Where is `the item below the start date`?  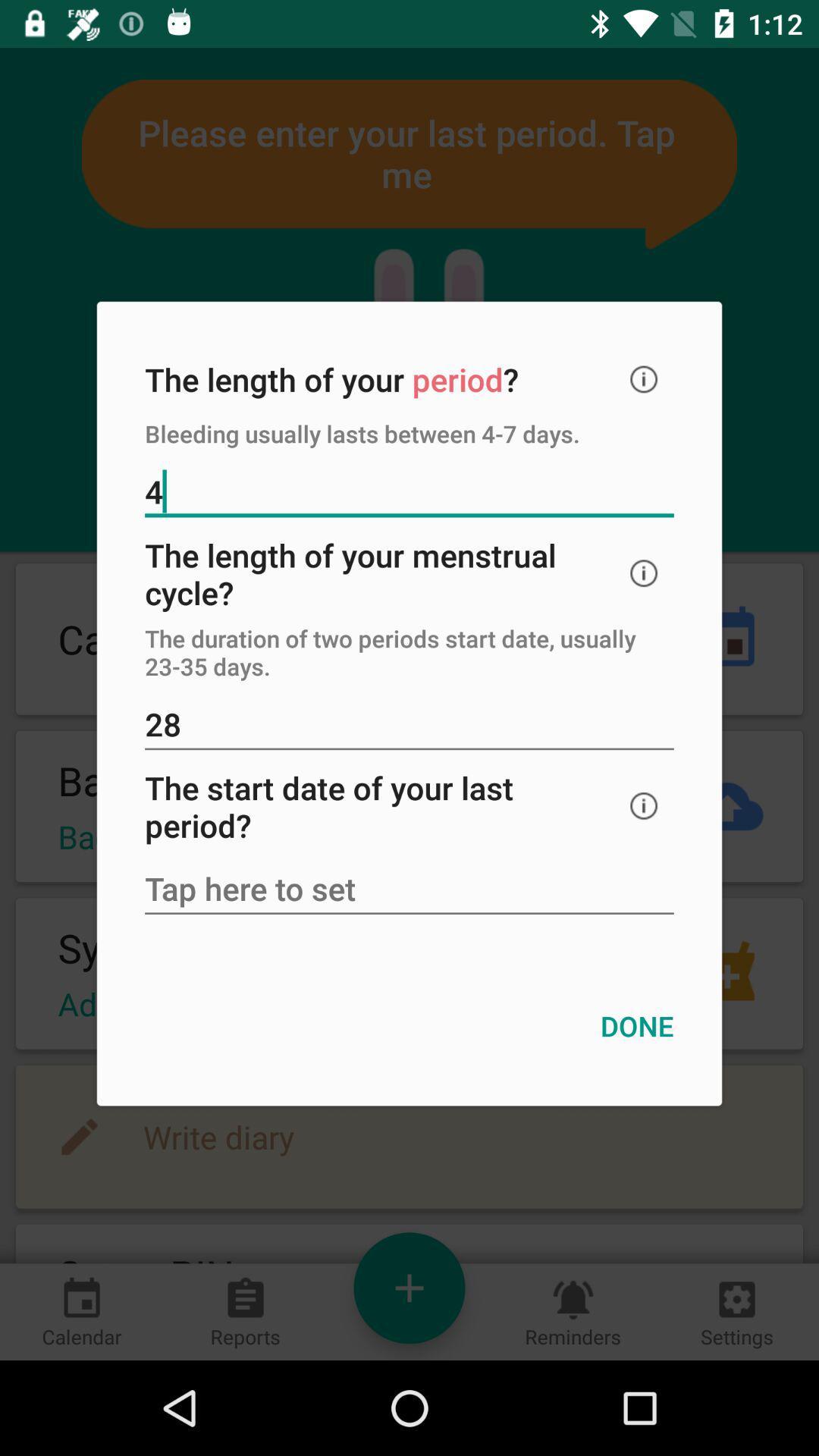 the item below the start date is located at coordinates (409, 890).